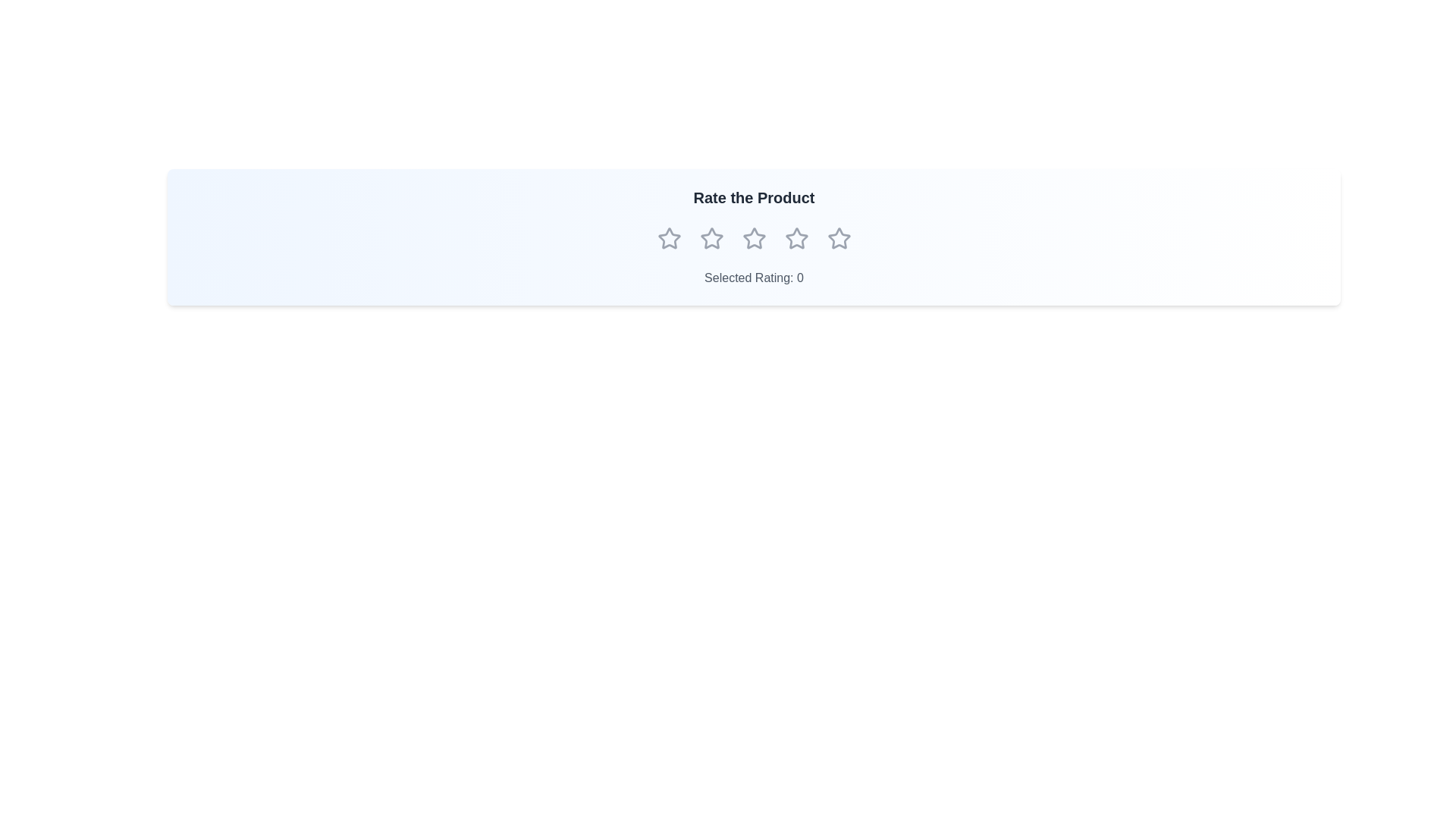 Image resolution: width=1456 pixels, height=819 pixels. What do you see at coordinates (754, 239) in the screenshot?
I see `the third star from the left in the horizontal row of five stars` at bounding box center [754, 239].